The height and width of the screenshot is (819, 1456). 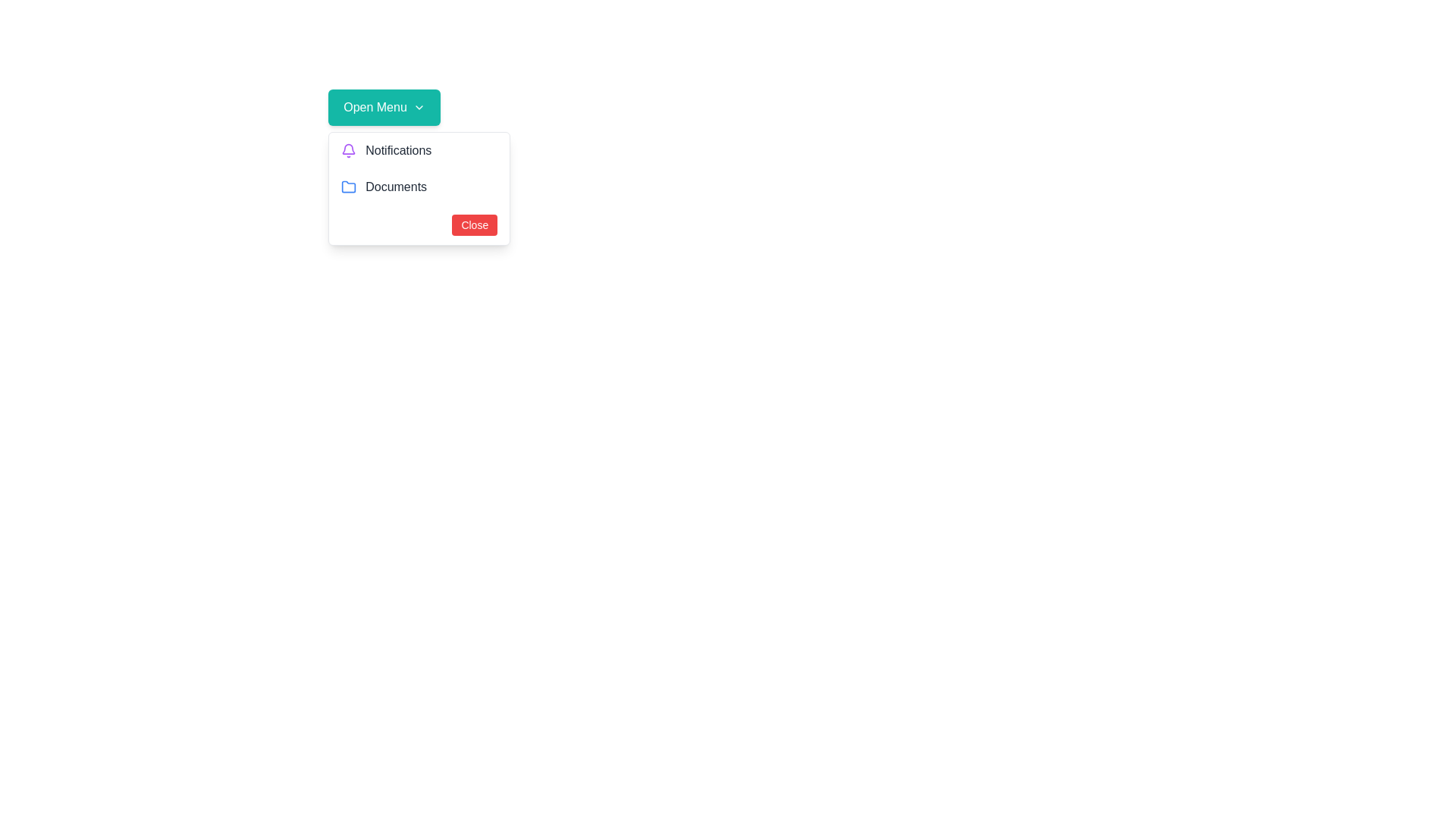 I want to click on the purple bell-shaped notification icon located to the left of the 'Notifications' text in the dropdown menu, so click(x=348, y=151).